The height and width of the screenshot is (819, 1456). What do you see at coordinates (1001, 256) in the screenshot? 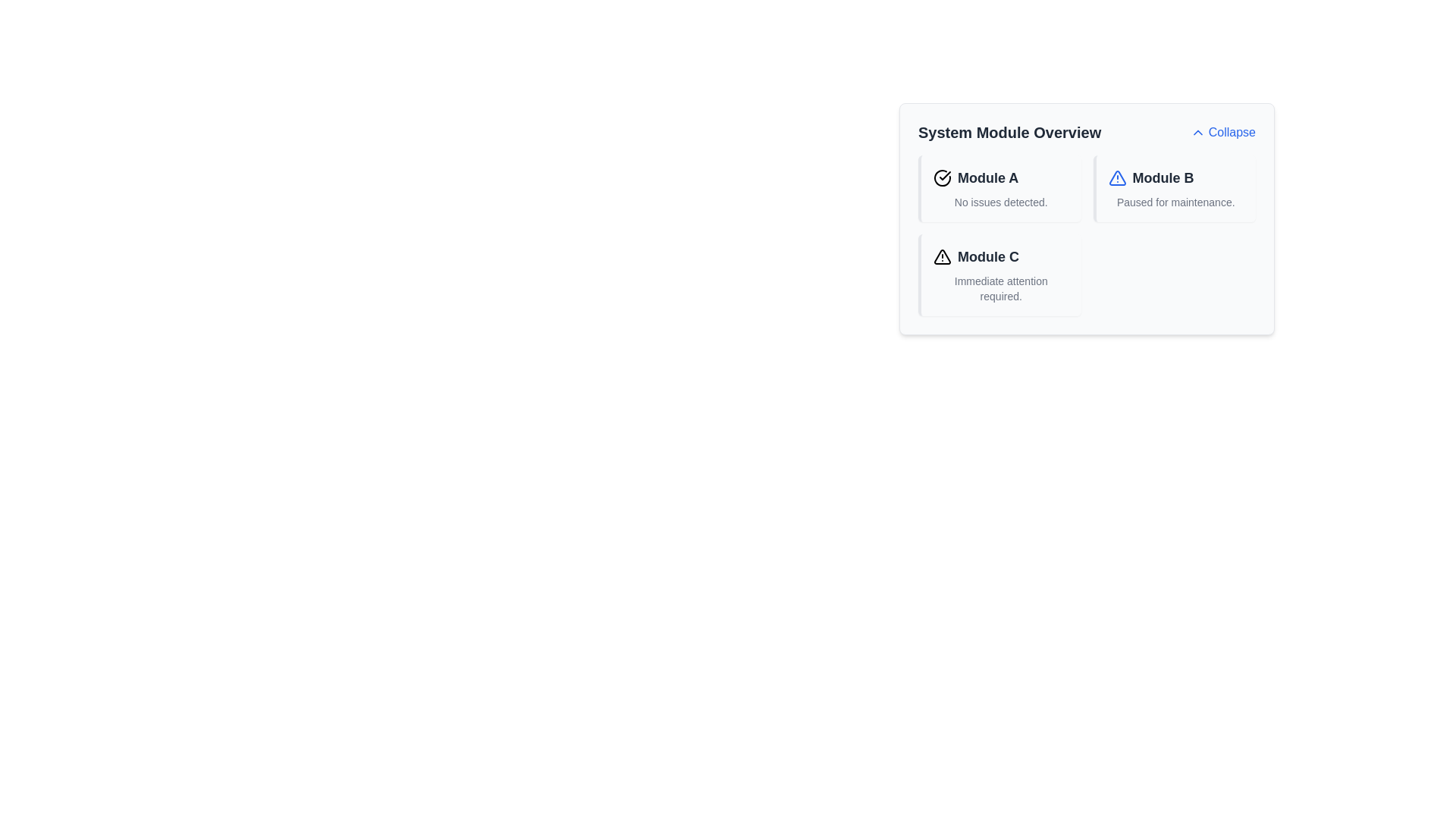
I see `the label displaying 'Module C' which is located at the top of the card panel to the right of the red alert icon` at bounding box center [1001, 256].